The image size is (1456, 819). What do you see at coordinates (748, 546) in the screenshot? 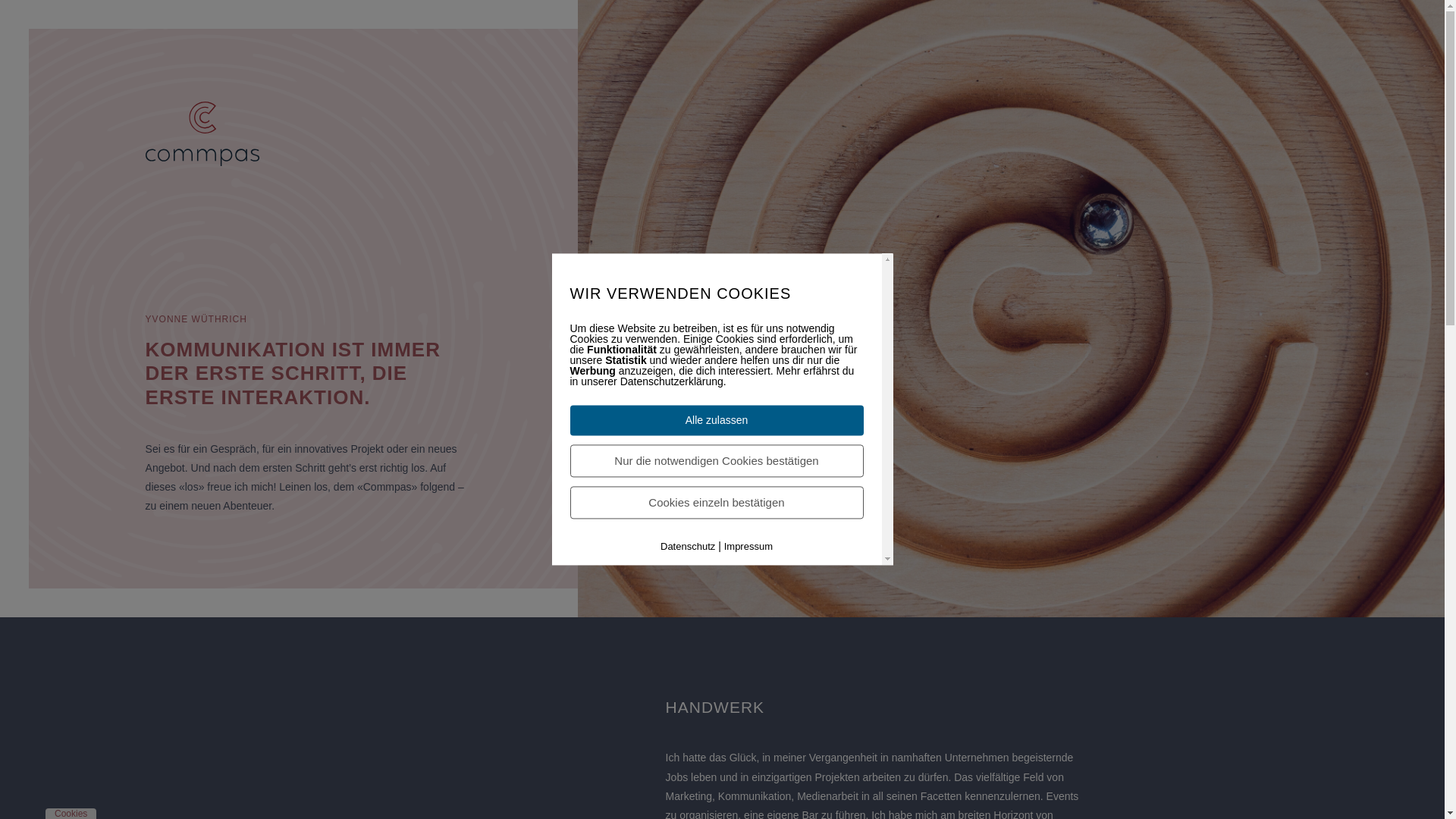
I see `'Impressum'` at bounding box center [748, 546].